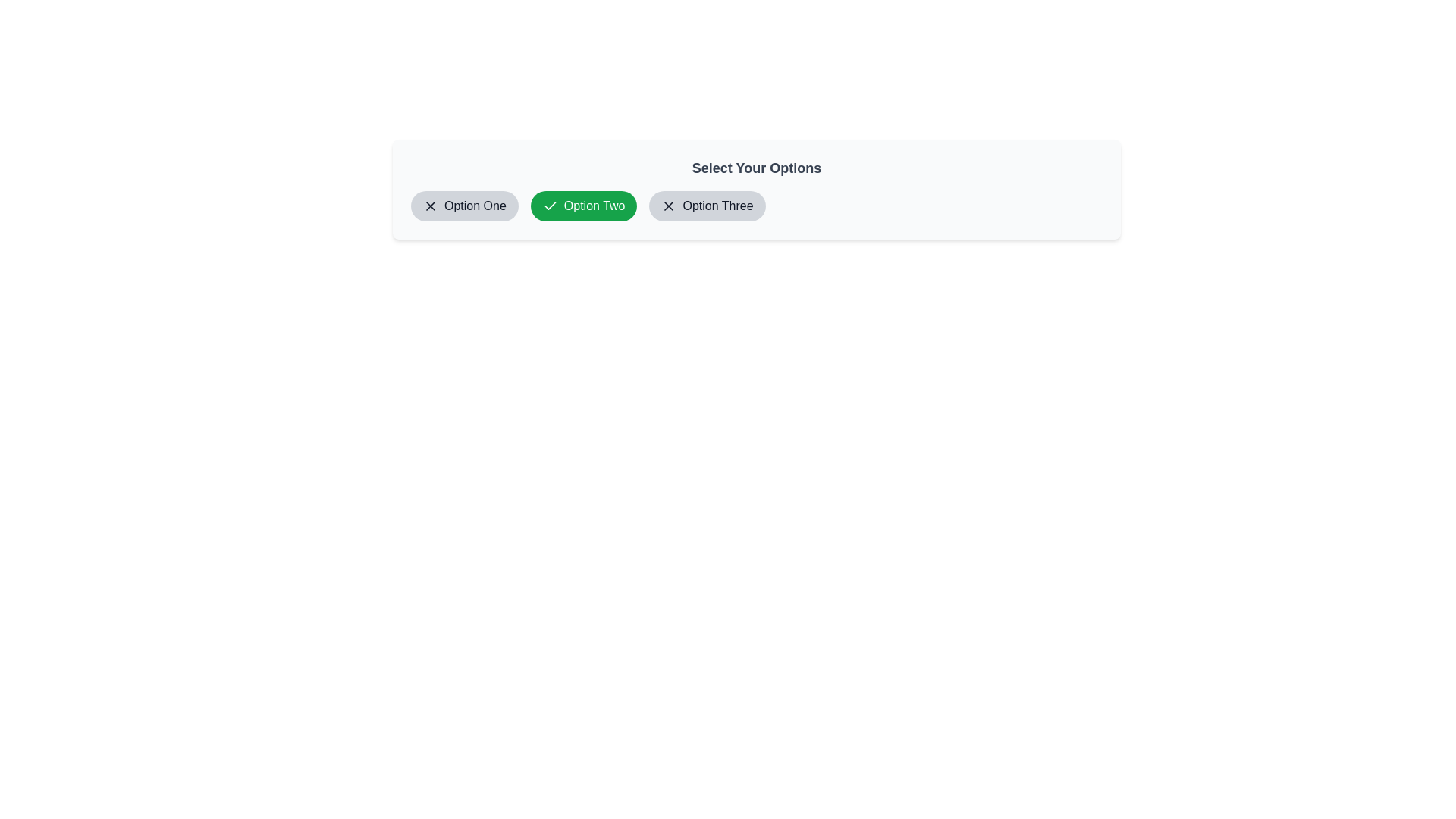  I want to click on the option Option One by clicking its corresponding button, so click(463, 206).